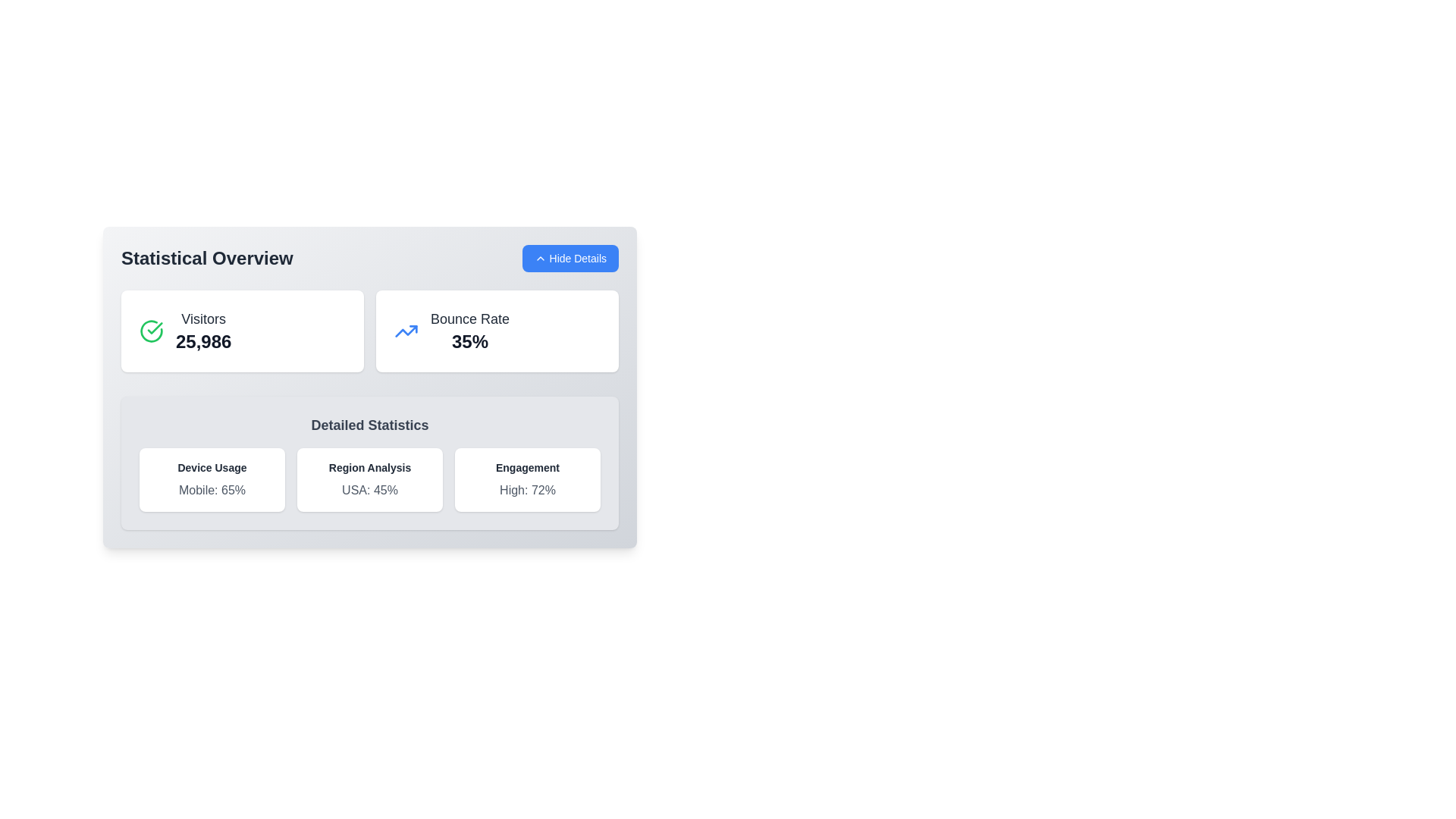  What do you see at coordinates (469, 342) in the screenshot?
I see `value displayed in the large, bold text label showing '35%' associated with the 'Bounce Rate' label` at bounding box center [469, 342].